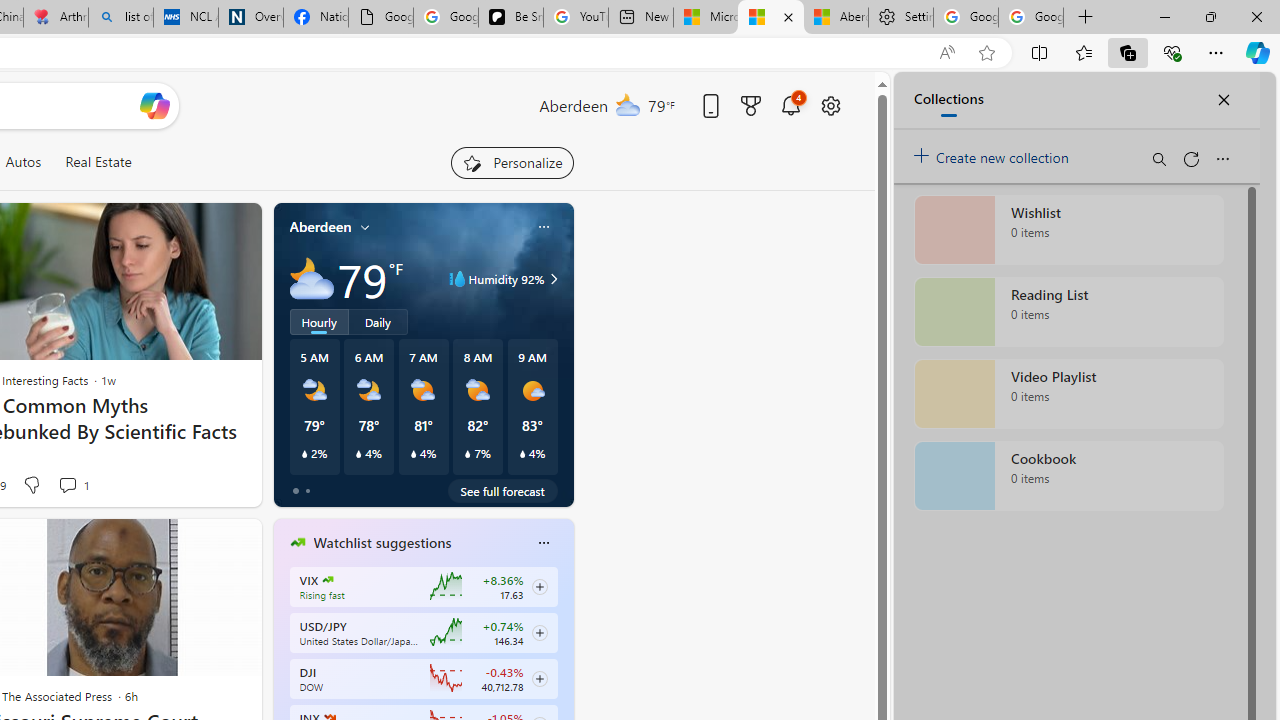 This screenshot has width=1280, height=720. I want to click on 'CBOE Market Volatility Index', so click(328, 579).